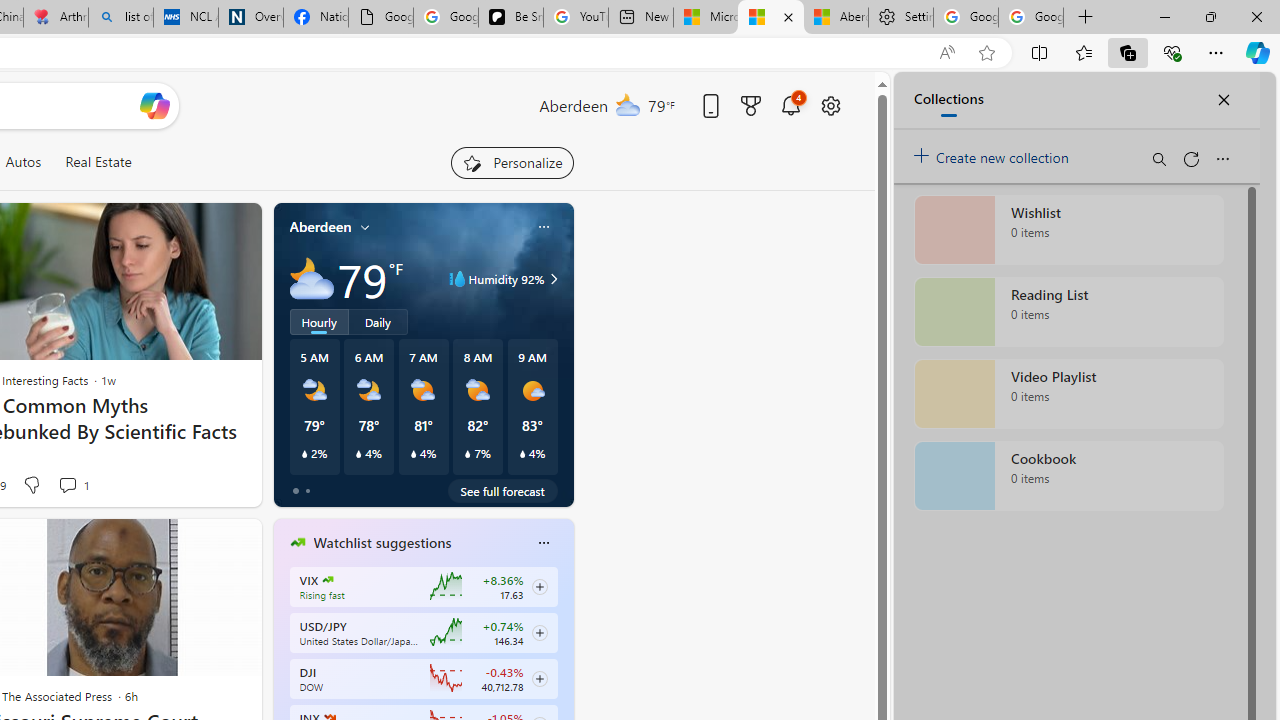 This screenshot has width=1280, height=720. I want to click on 'CBOE Market Volatility Index', so click(328, 579).